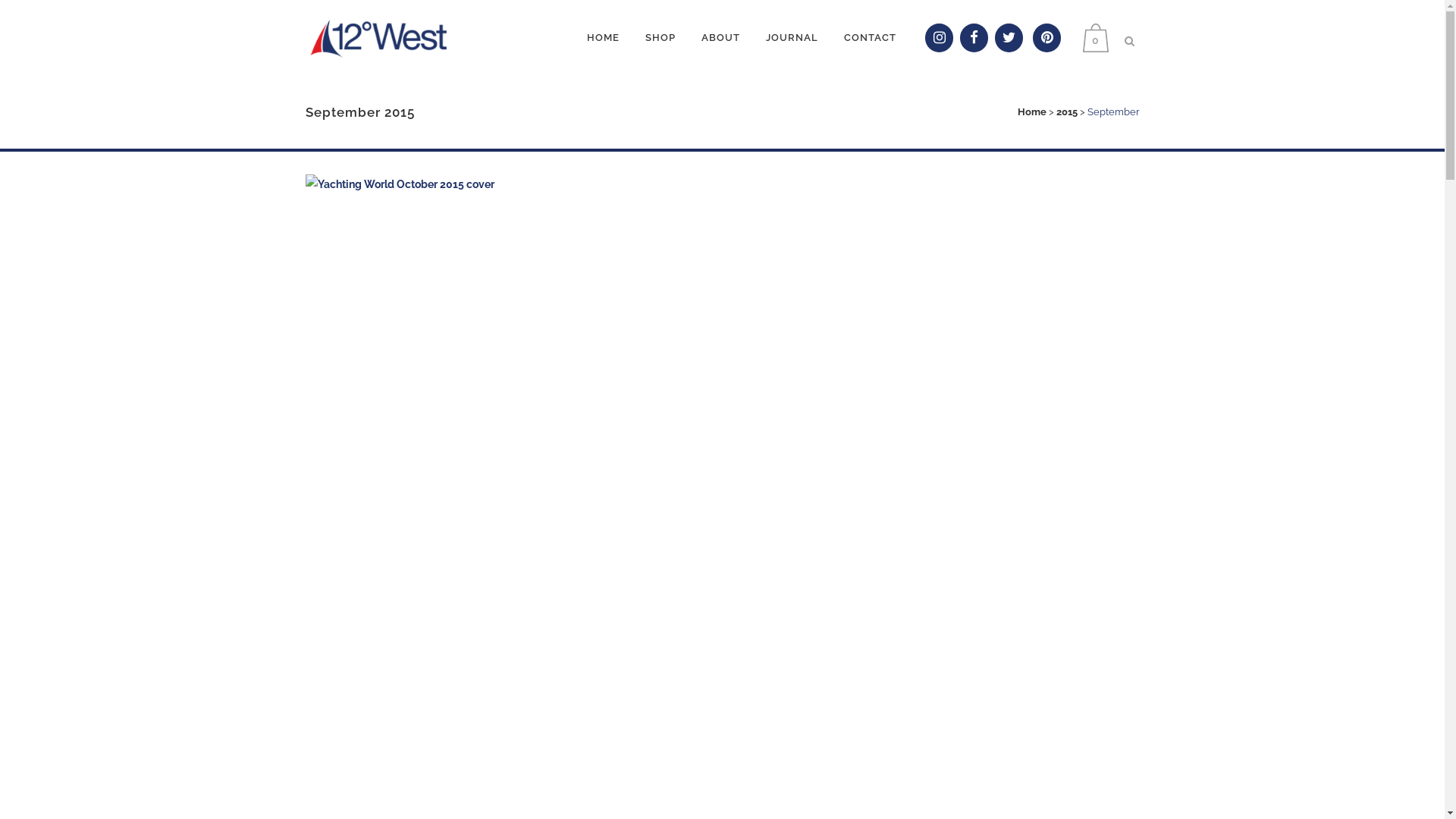 The width and height of the screenshot is (1456, 819). Describe the element at coordinates (1055, 111) in the screenshot. I see `'2015'` at that location.